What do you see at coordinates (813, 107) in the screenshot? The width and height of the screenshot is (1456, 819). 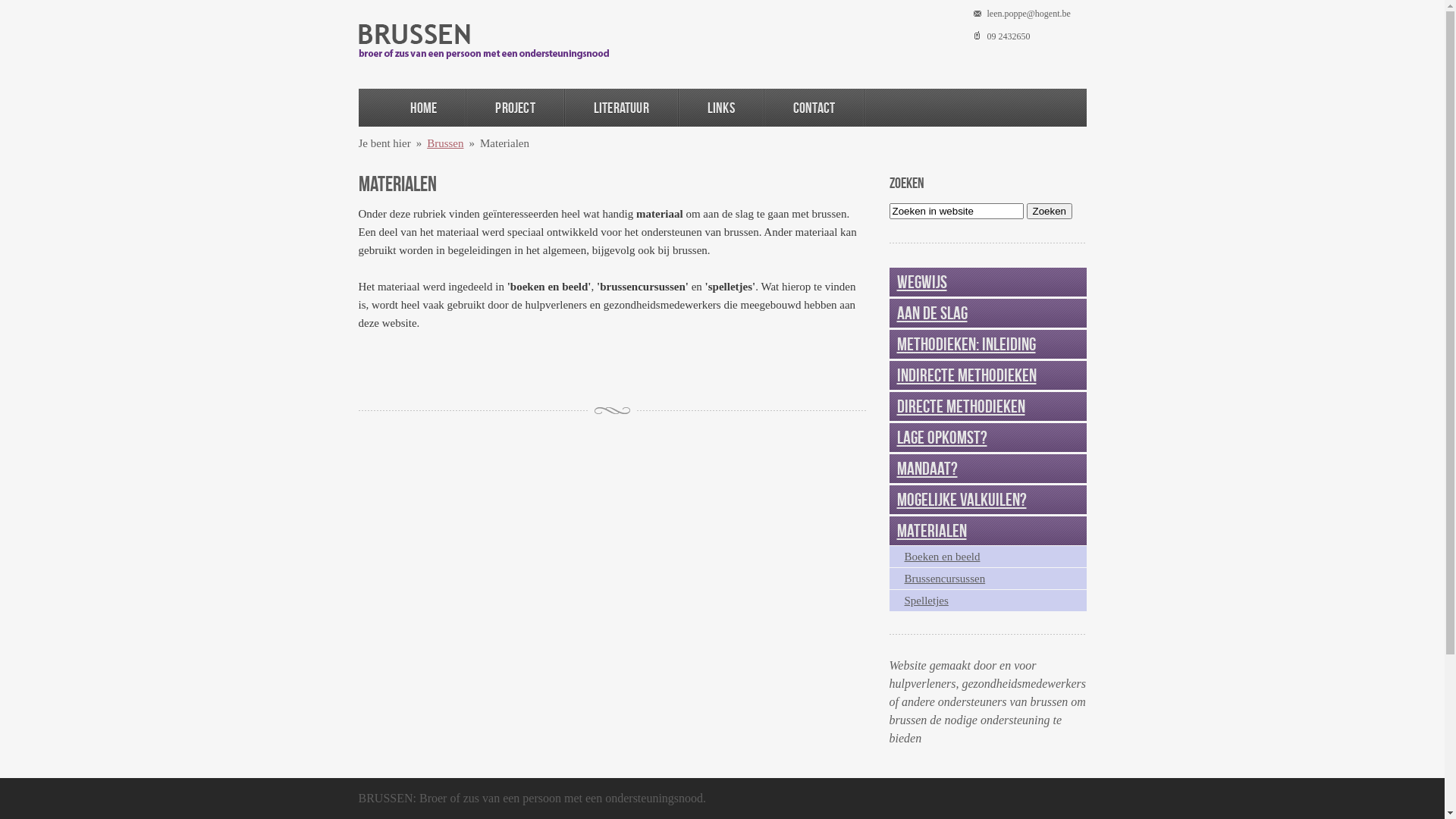 I see `'Contact'` at bounding box center [813, 107].